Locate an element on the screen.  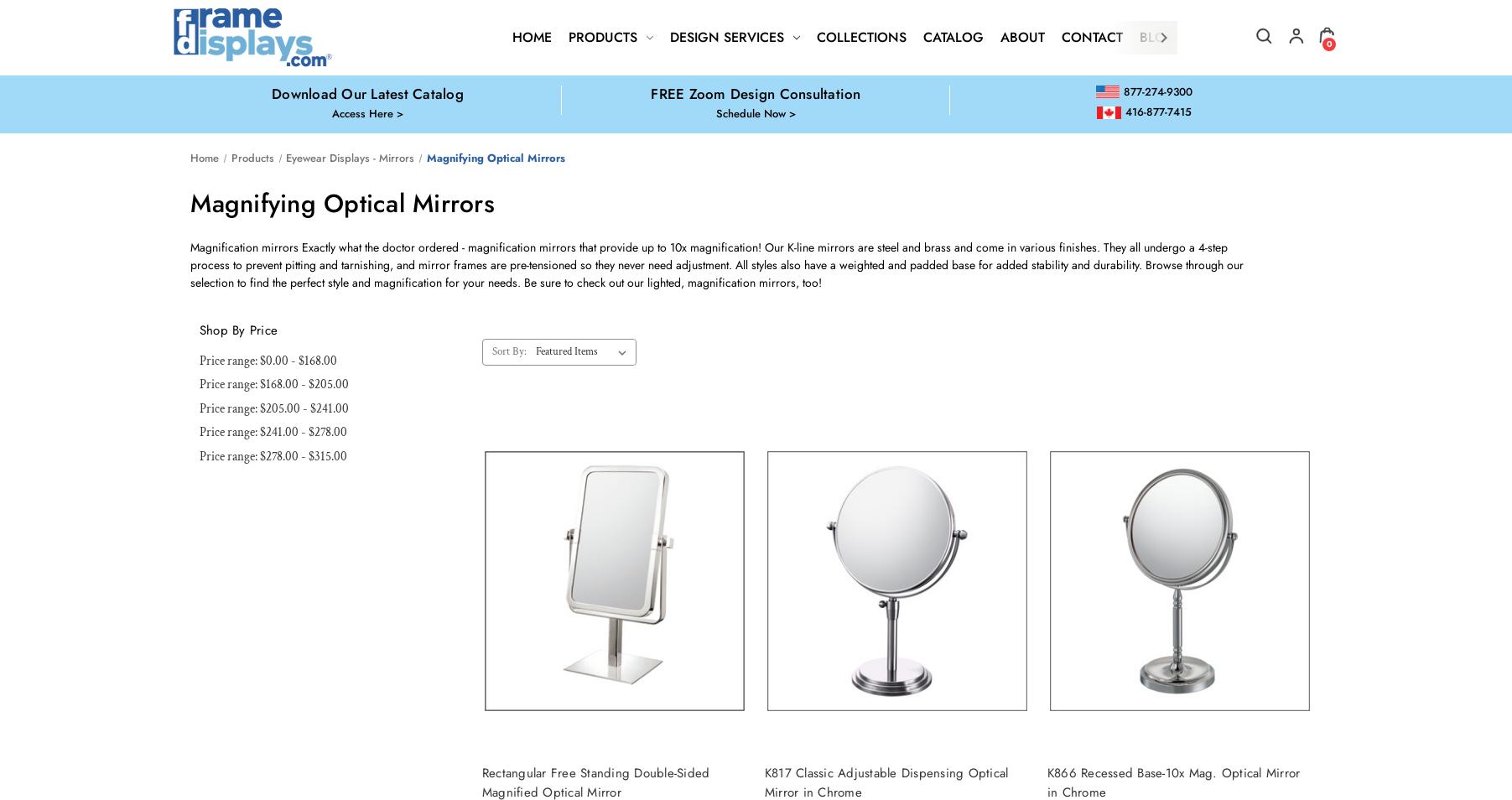
'FREE Zoom Design Consultation' is located at coordinates (754, 92).